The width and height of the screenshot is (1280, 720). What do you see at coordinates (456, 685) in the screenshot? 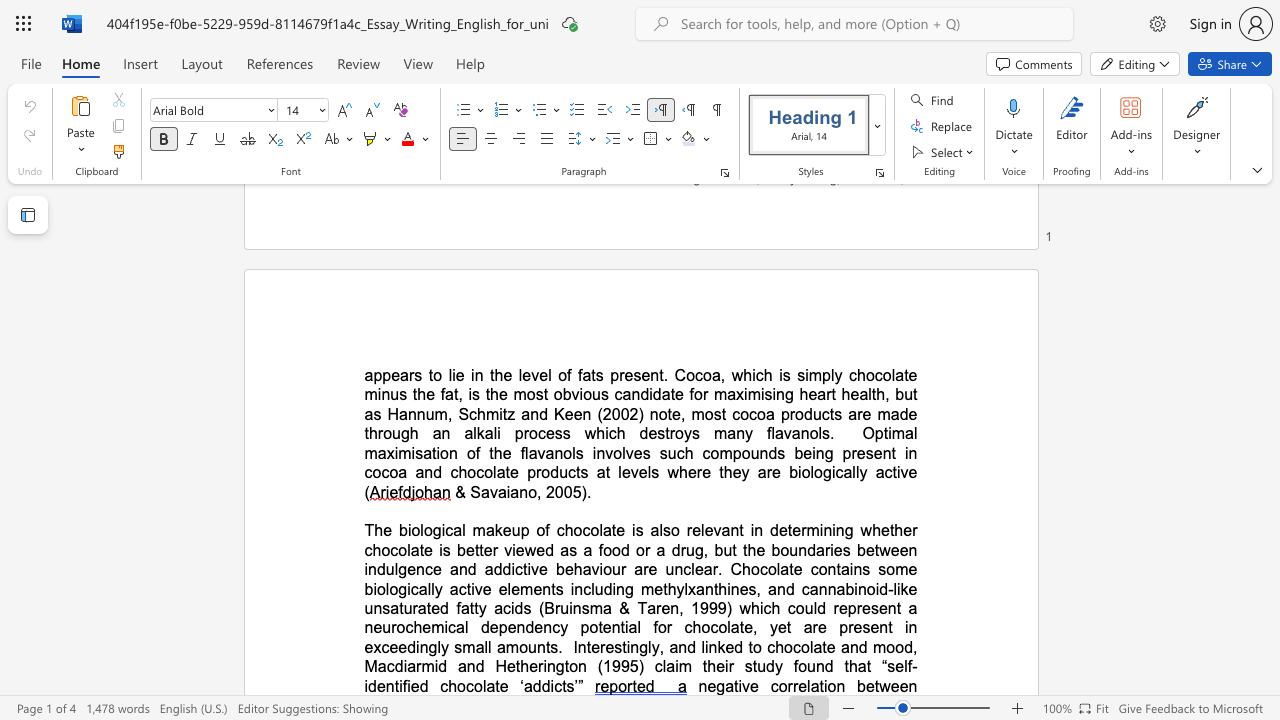
I see `the subset text "ocolate ‘a" within the text "mood, Macdiarmid and Hetherington (1995) claim their study found that “self-identified chocolate ‘addicts’”"` at bounding box center [456, 685].